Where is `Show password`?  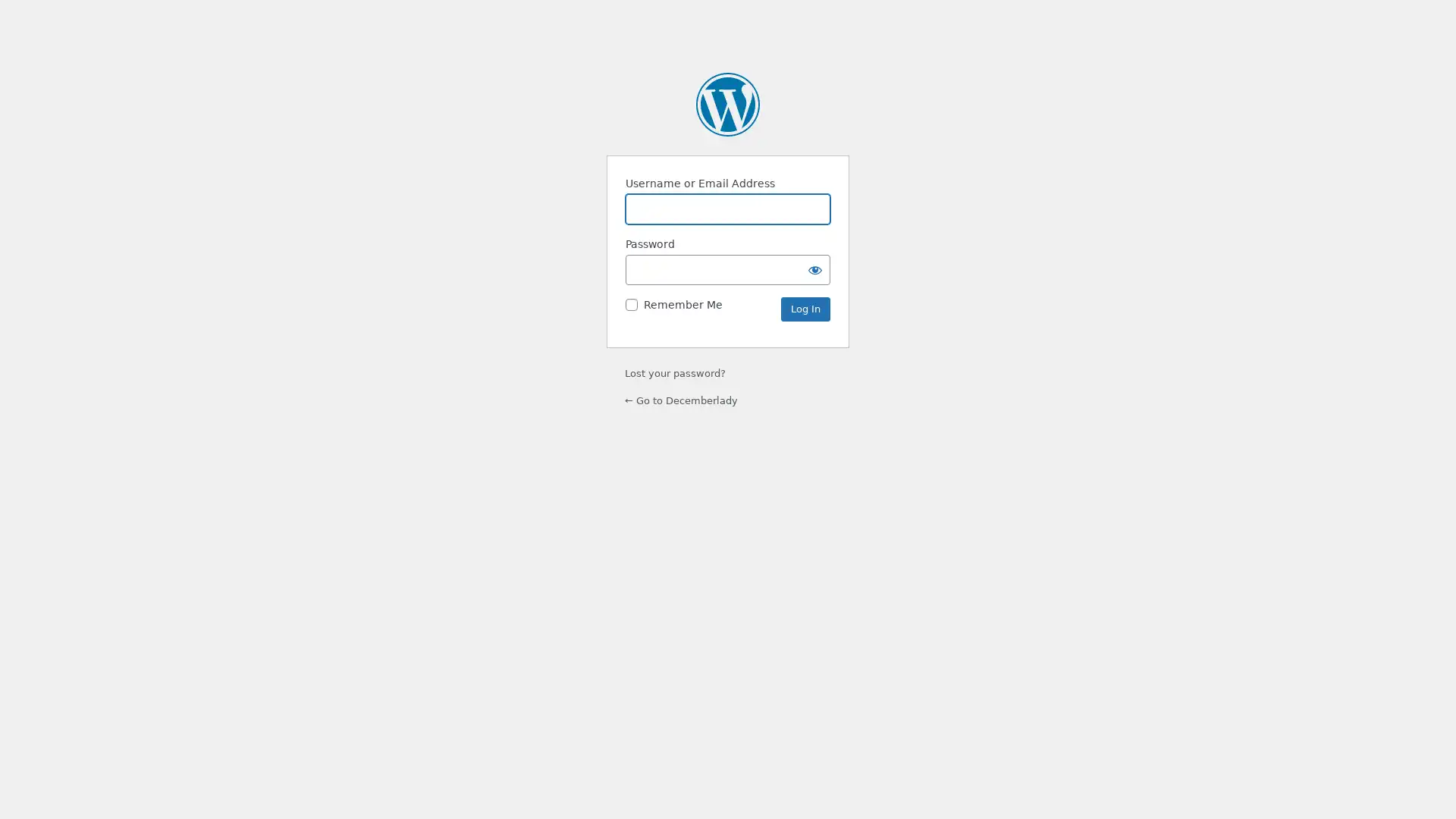
Show password is located at coordinates (814, 268).